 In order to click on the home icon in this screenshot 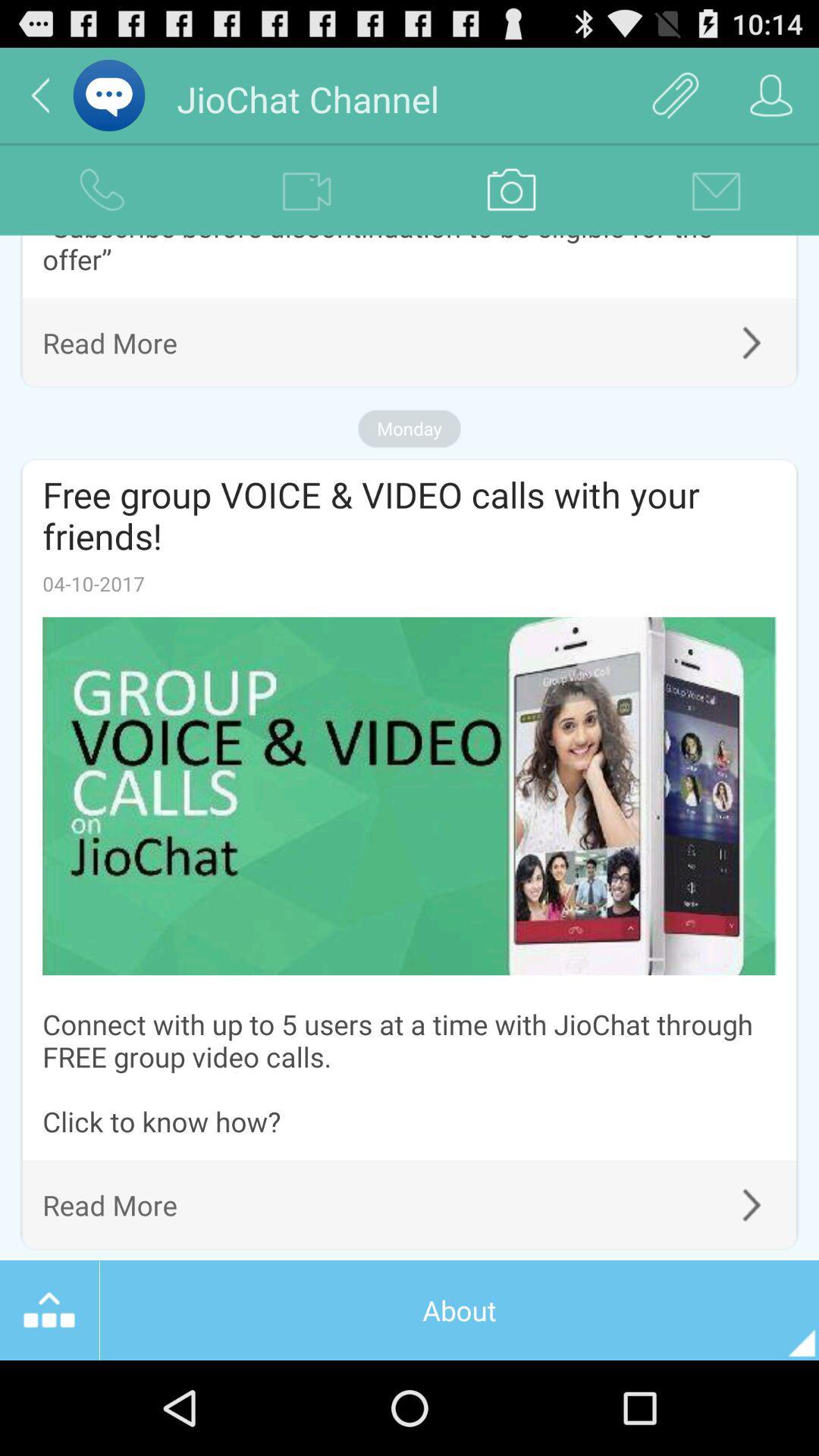, I will do `click(49, 1401)`.